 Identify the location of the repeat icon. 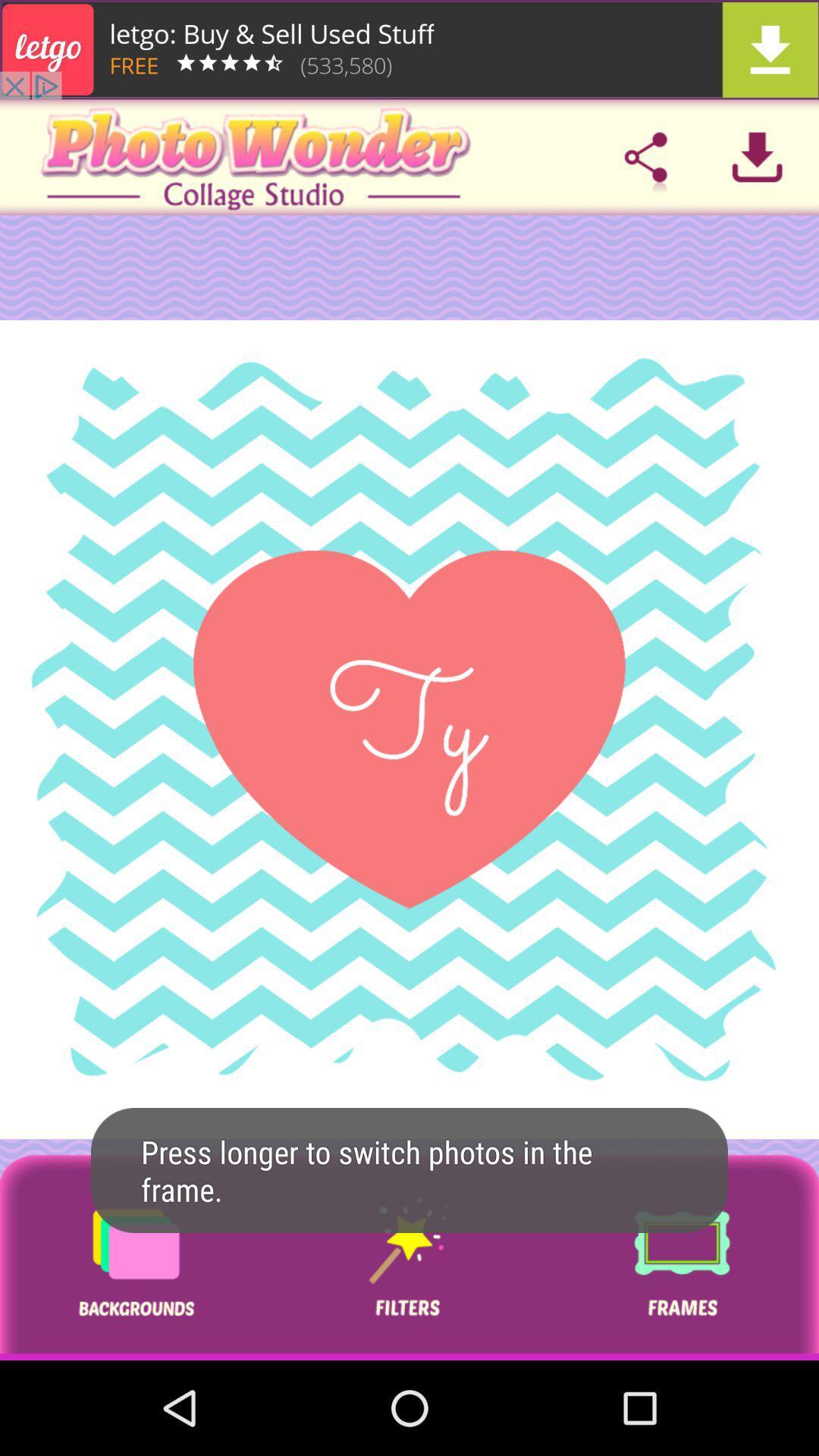
(681, 1257).